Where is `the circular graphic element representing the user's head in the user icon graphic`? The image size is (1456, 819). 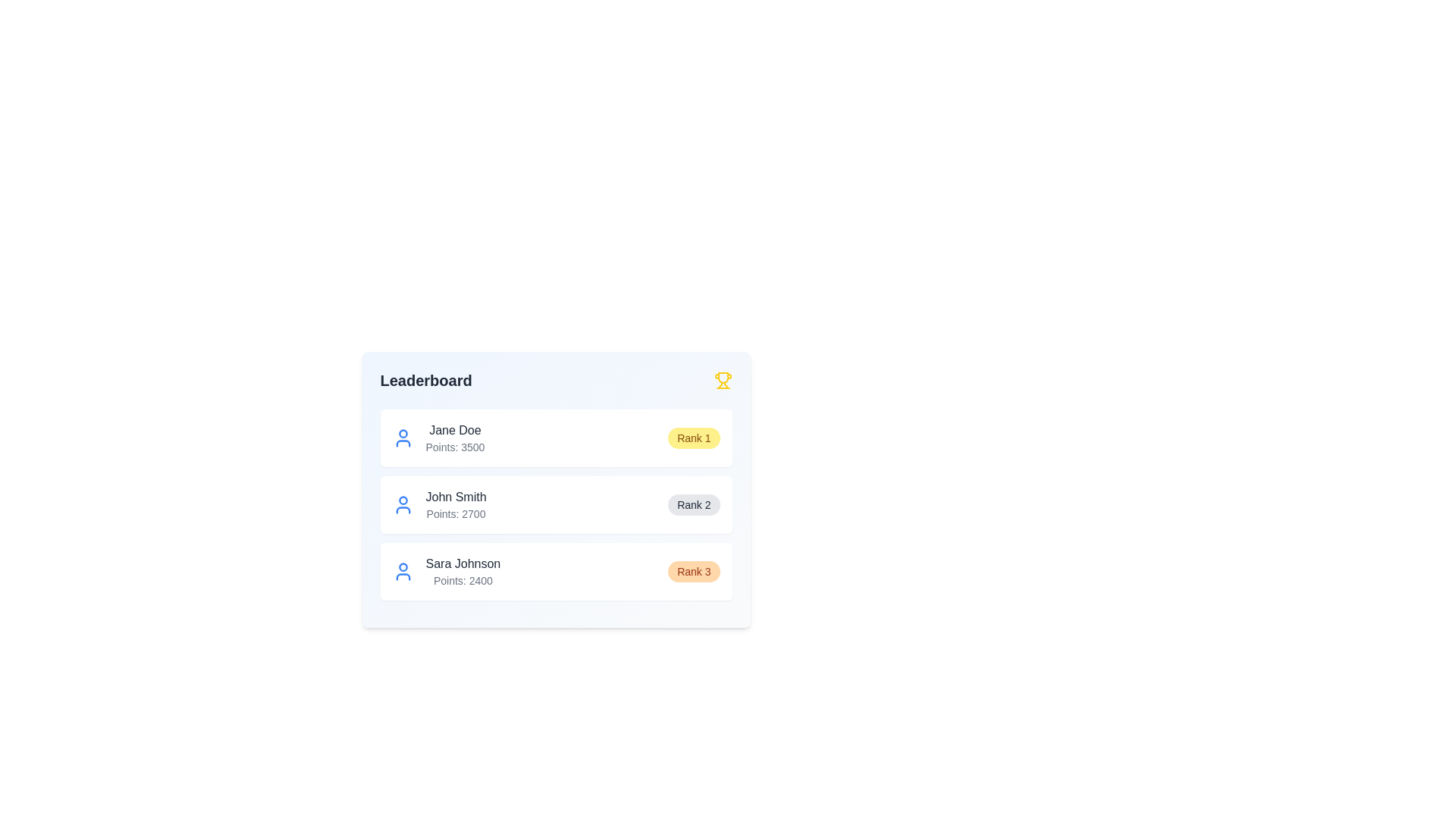
the circular graphic element representing the user's head in the user icon graphic is located at coordinates (403, 567).